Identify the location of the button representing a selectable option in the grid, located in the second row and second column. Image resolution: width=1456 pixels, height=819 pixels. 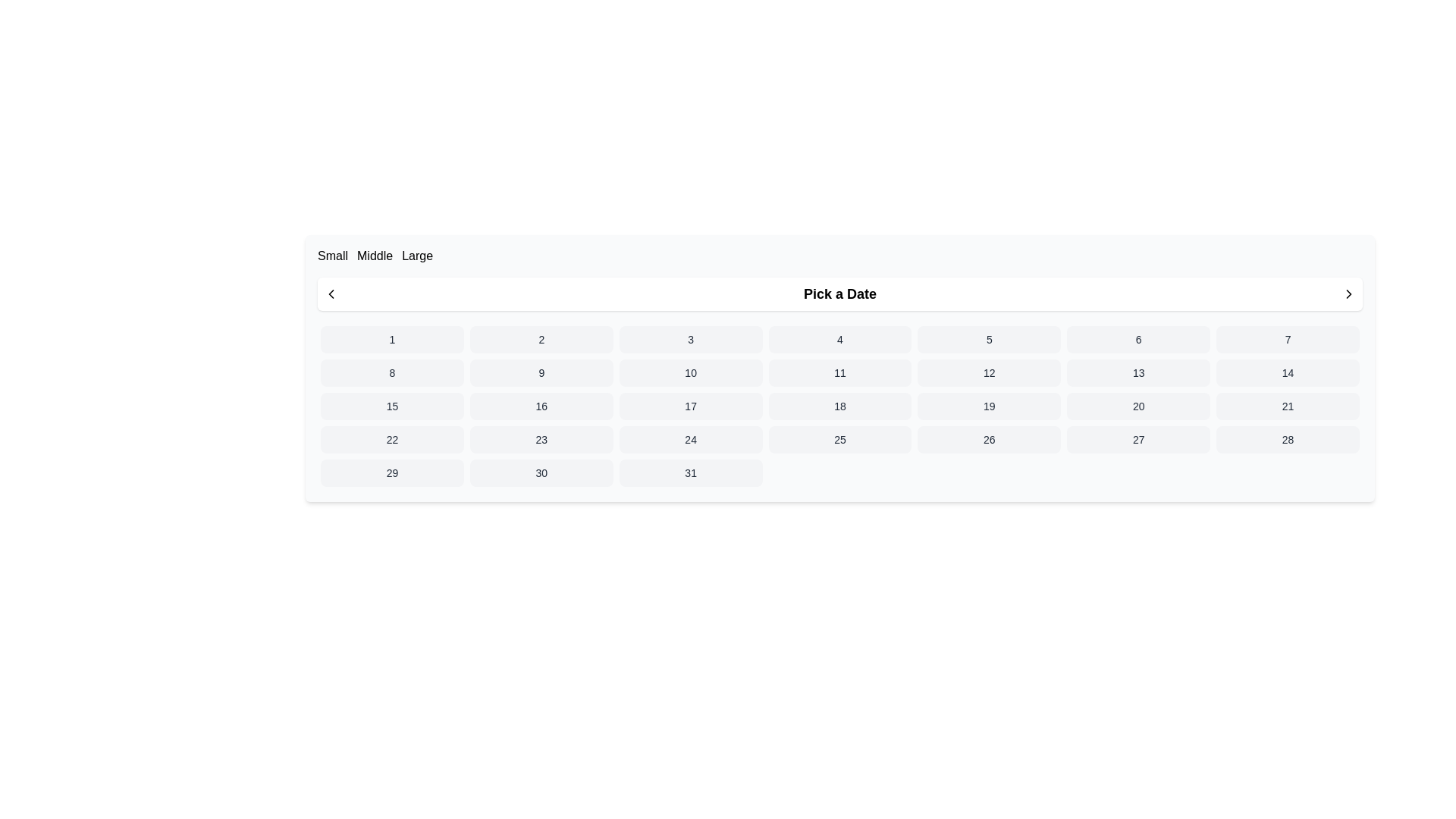
(541, 373).